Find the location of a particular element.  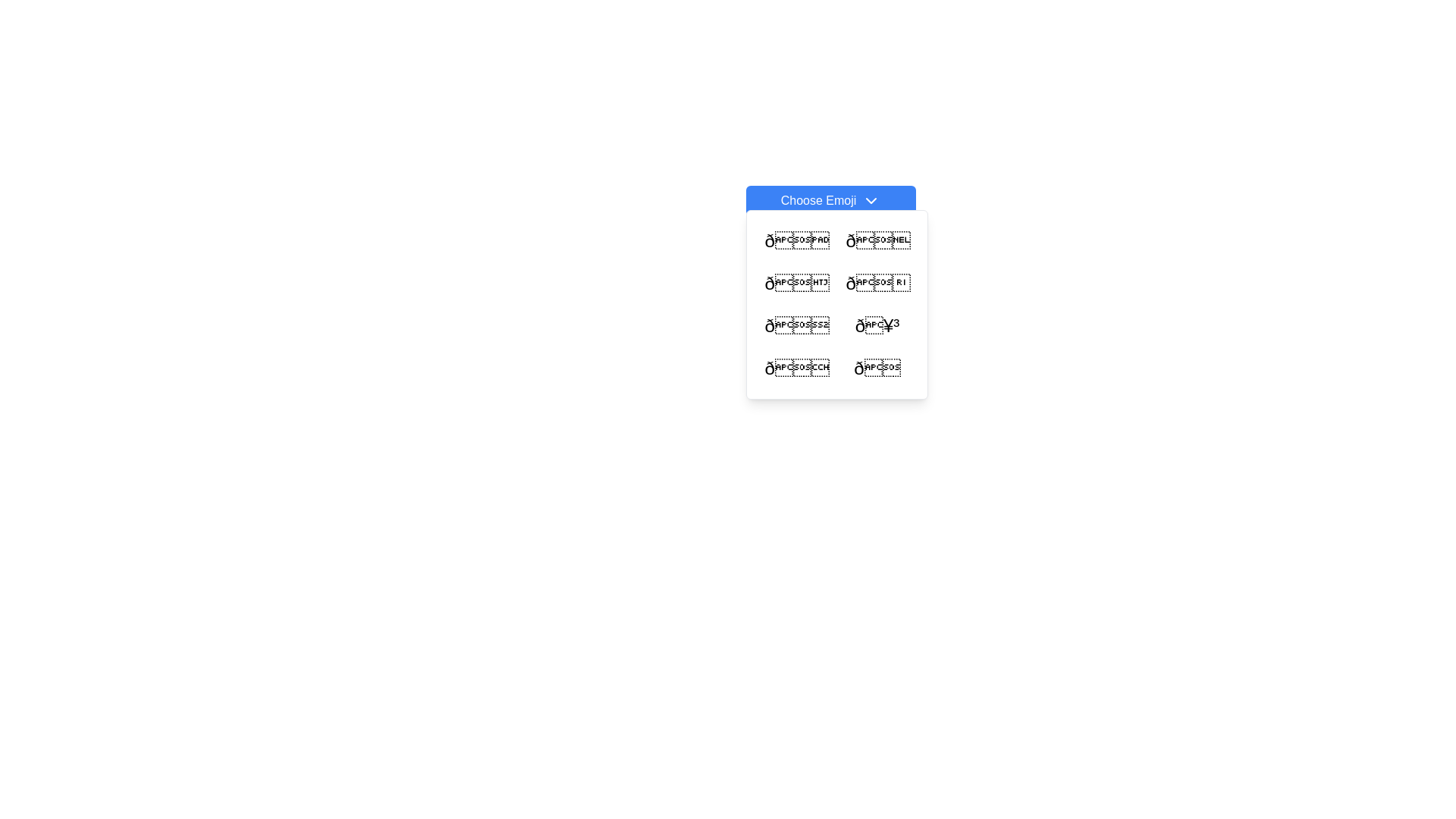

the emoji selection button located at the top of the interface to observe interactive styling changes is located at coordinates (830, 200).